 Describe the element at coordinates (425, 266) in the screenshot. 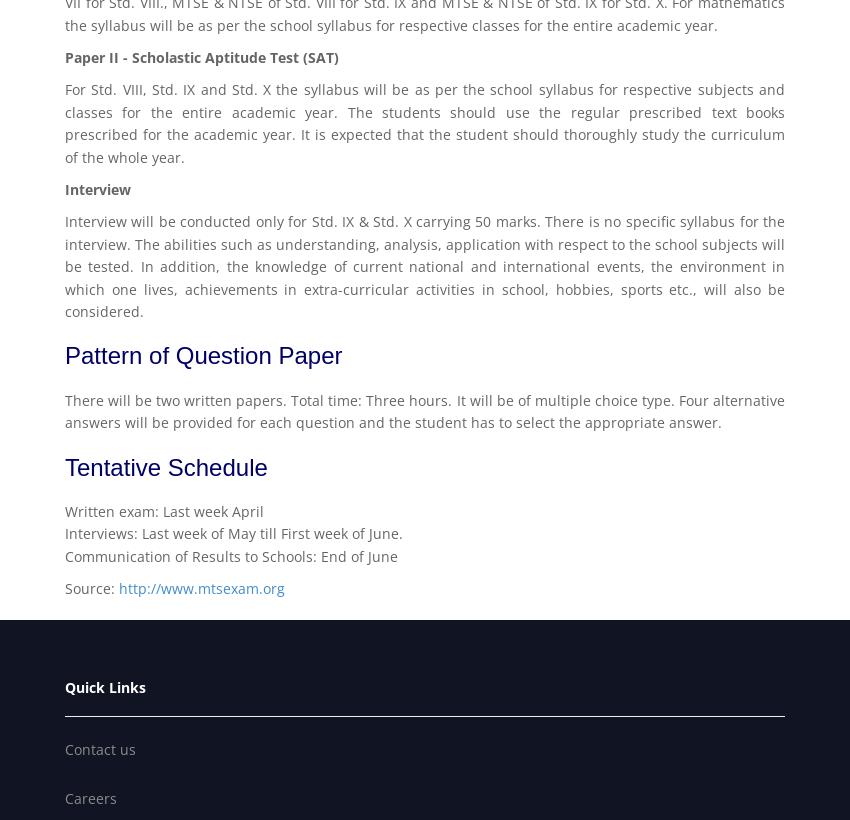

I see `'Interview will be conducted only for Std. IX & Std. X carrying 50 marks. There is no specific syllabus for the interview. The abilities such as understanding, analysis, application with respect to the school subjects will be tested. In addition, the knowledge of current national and international events, the environment in which one lives, achievements in extra-curricular activities in school, hobbies, sports etc., will also be considered.'` at that location.